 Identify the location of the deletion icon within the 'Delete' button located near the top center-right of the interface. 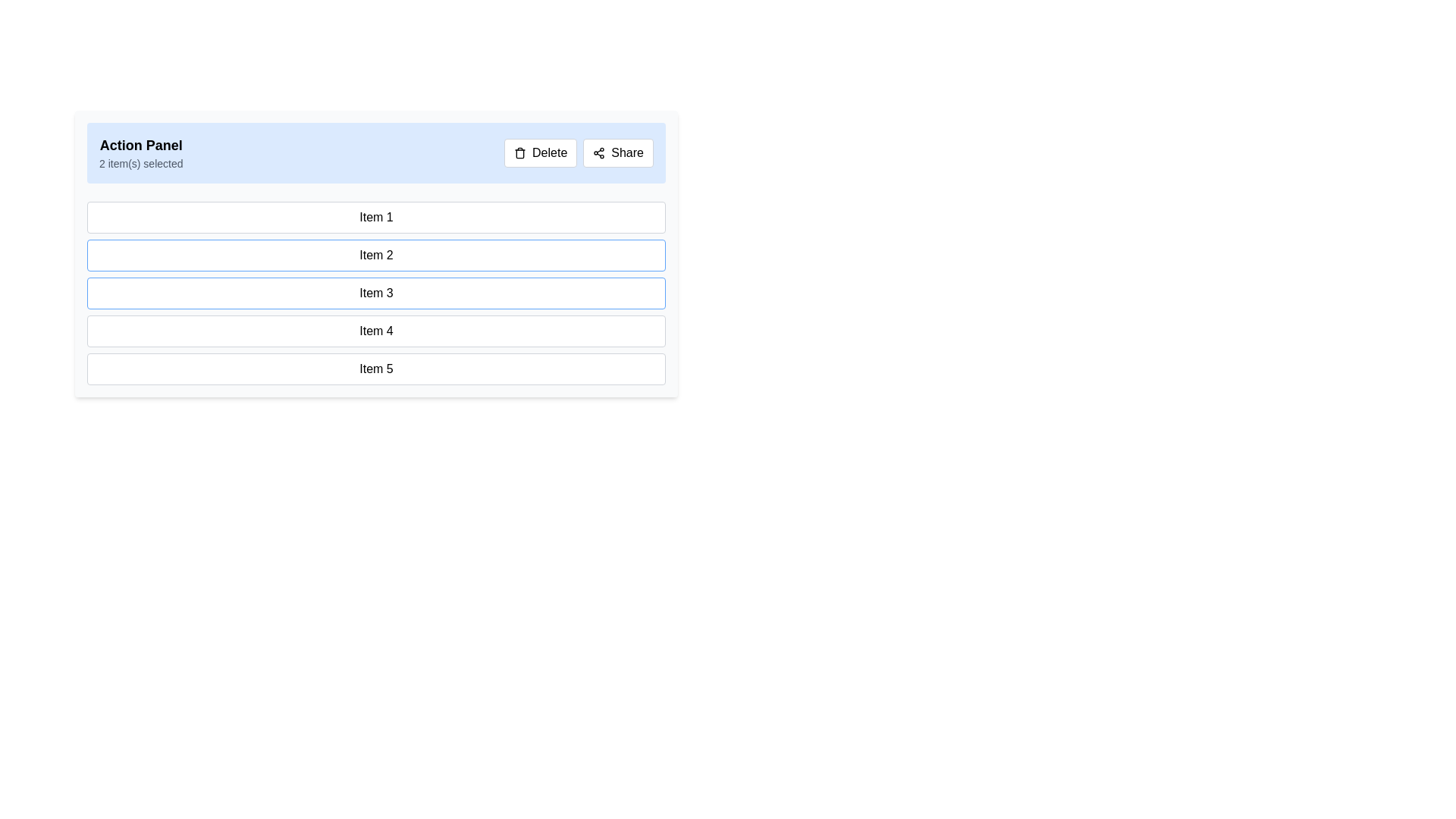
(520, 152).